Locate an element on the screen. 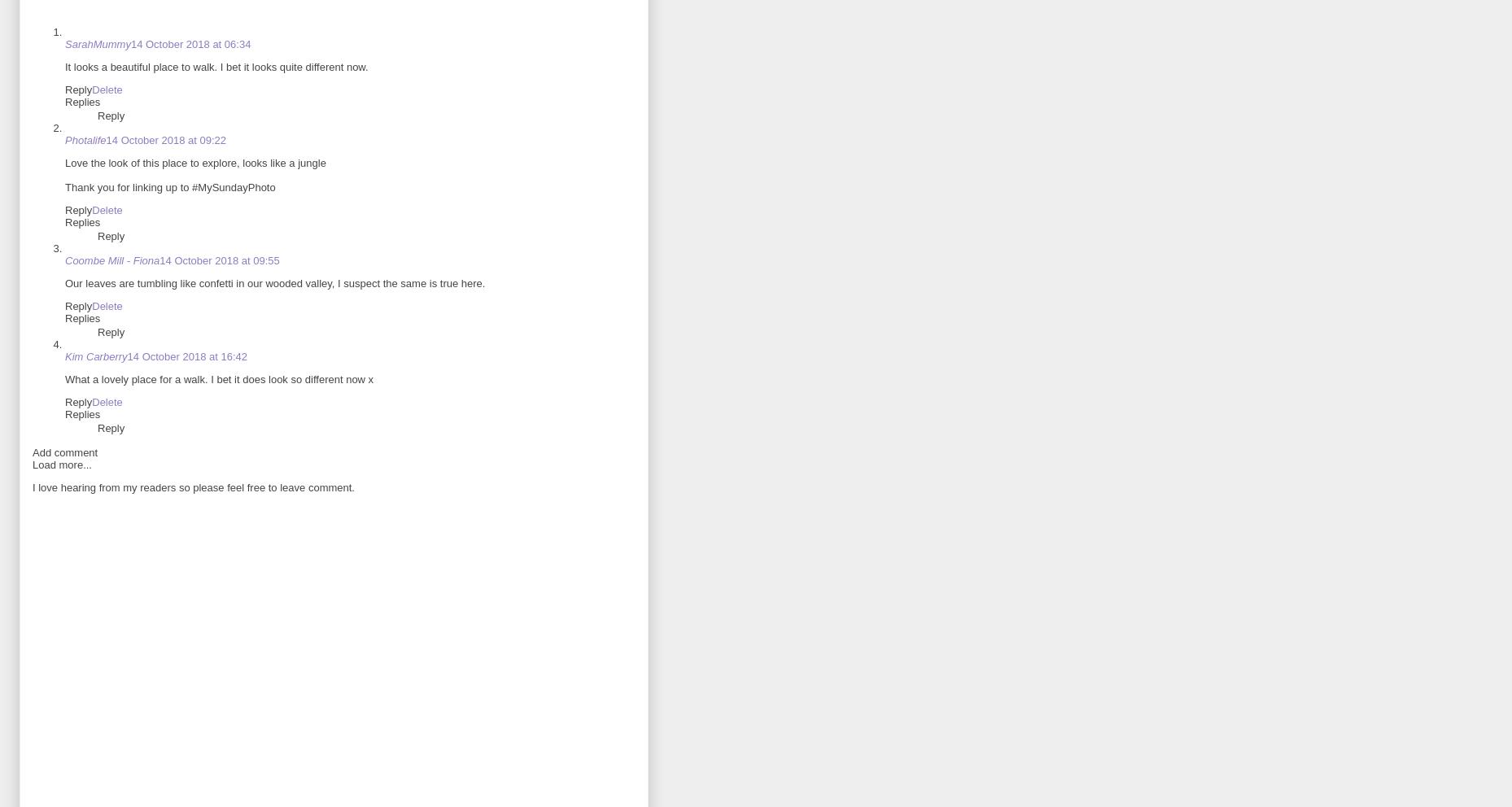 The height and width of the screenshot is (807, 1512). 'Thank you for linking up to #MySundayPhoto' is located at coordinates (64, 187).